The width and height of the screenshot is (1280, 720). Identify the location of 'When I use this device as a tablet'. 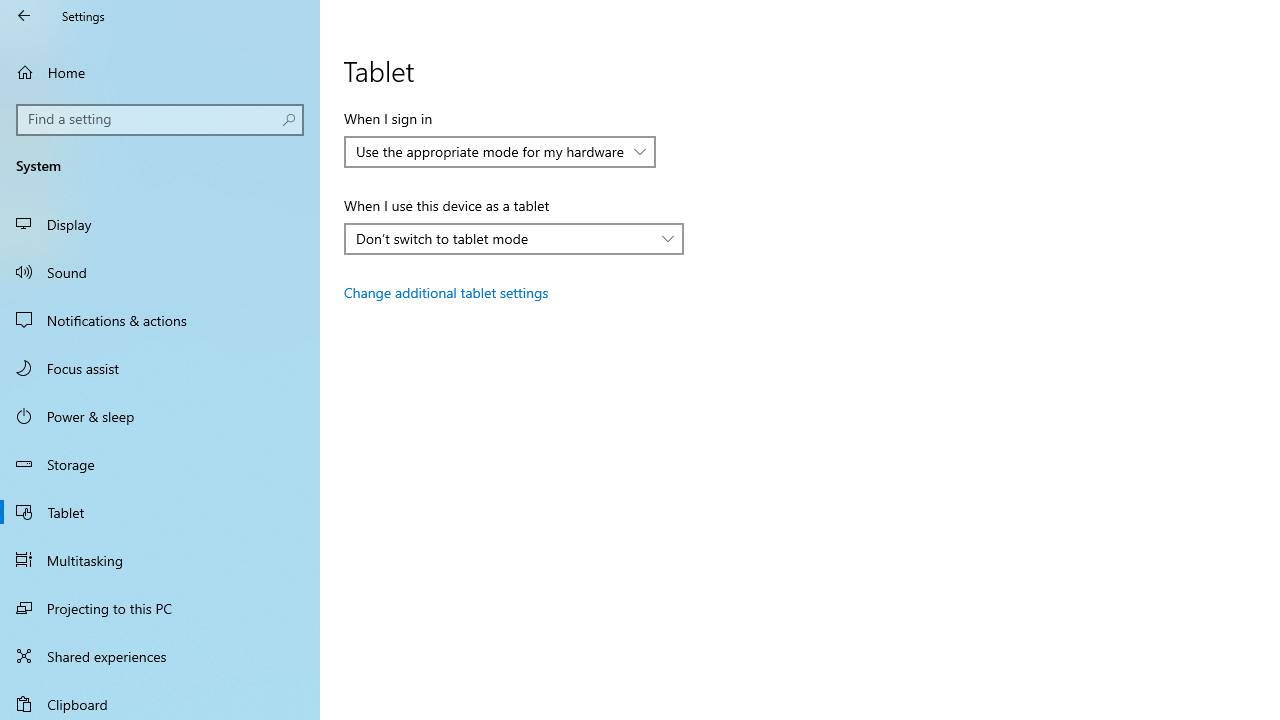
(513, 238).